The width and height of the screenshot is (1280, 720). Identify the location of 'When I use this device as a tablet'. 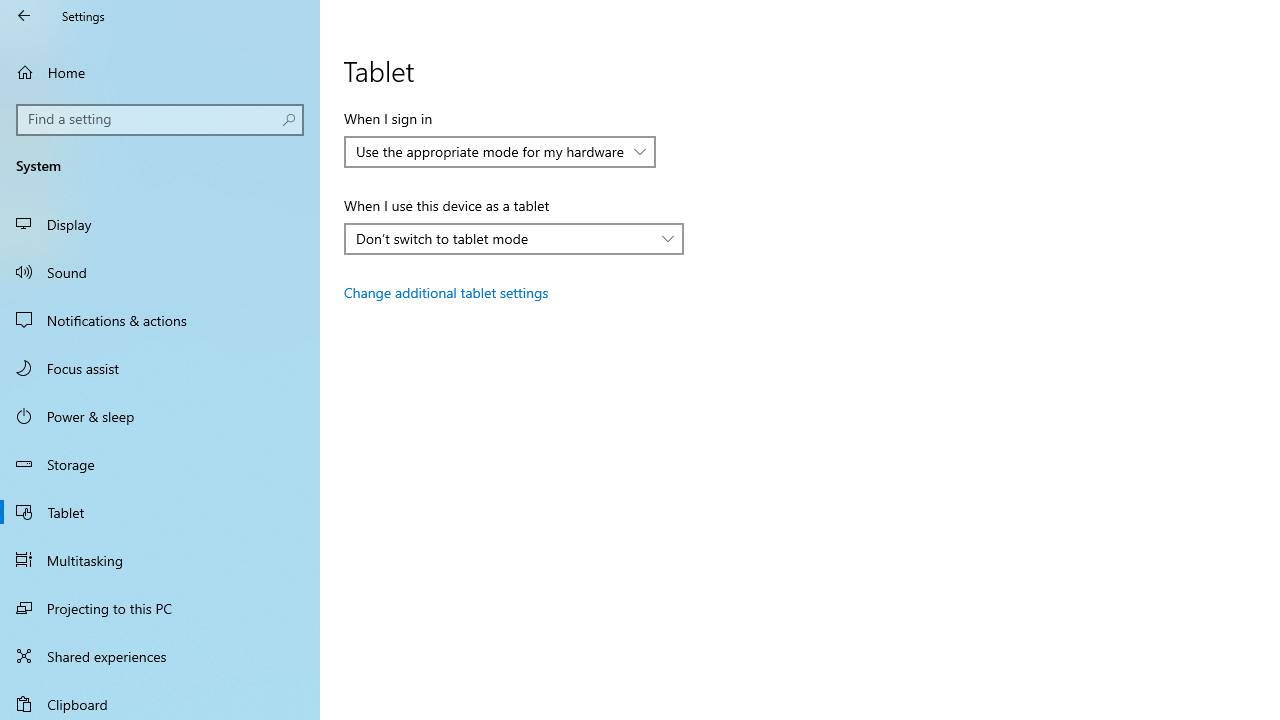
(513, 238).